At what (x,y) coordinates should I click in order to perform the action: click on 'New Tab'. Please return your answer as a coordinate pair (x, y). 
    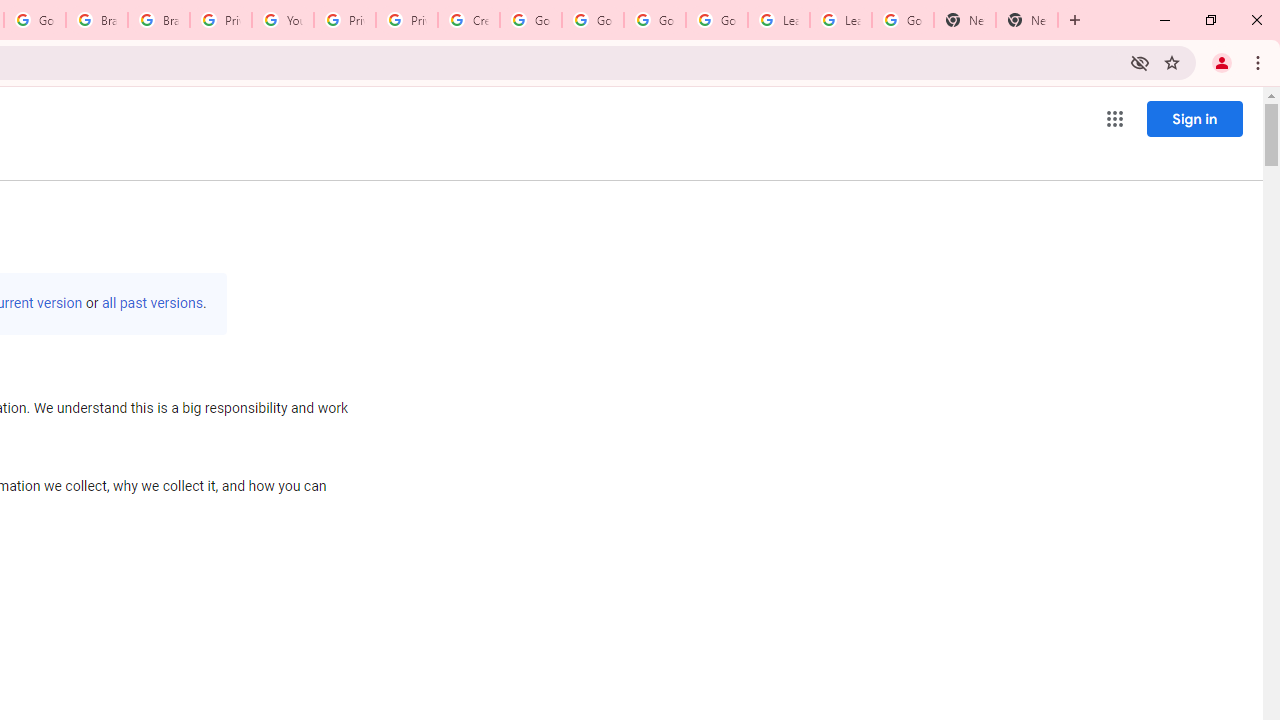
    Looking at the image, I should click on (965, 20).